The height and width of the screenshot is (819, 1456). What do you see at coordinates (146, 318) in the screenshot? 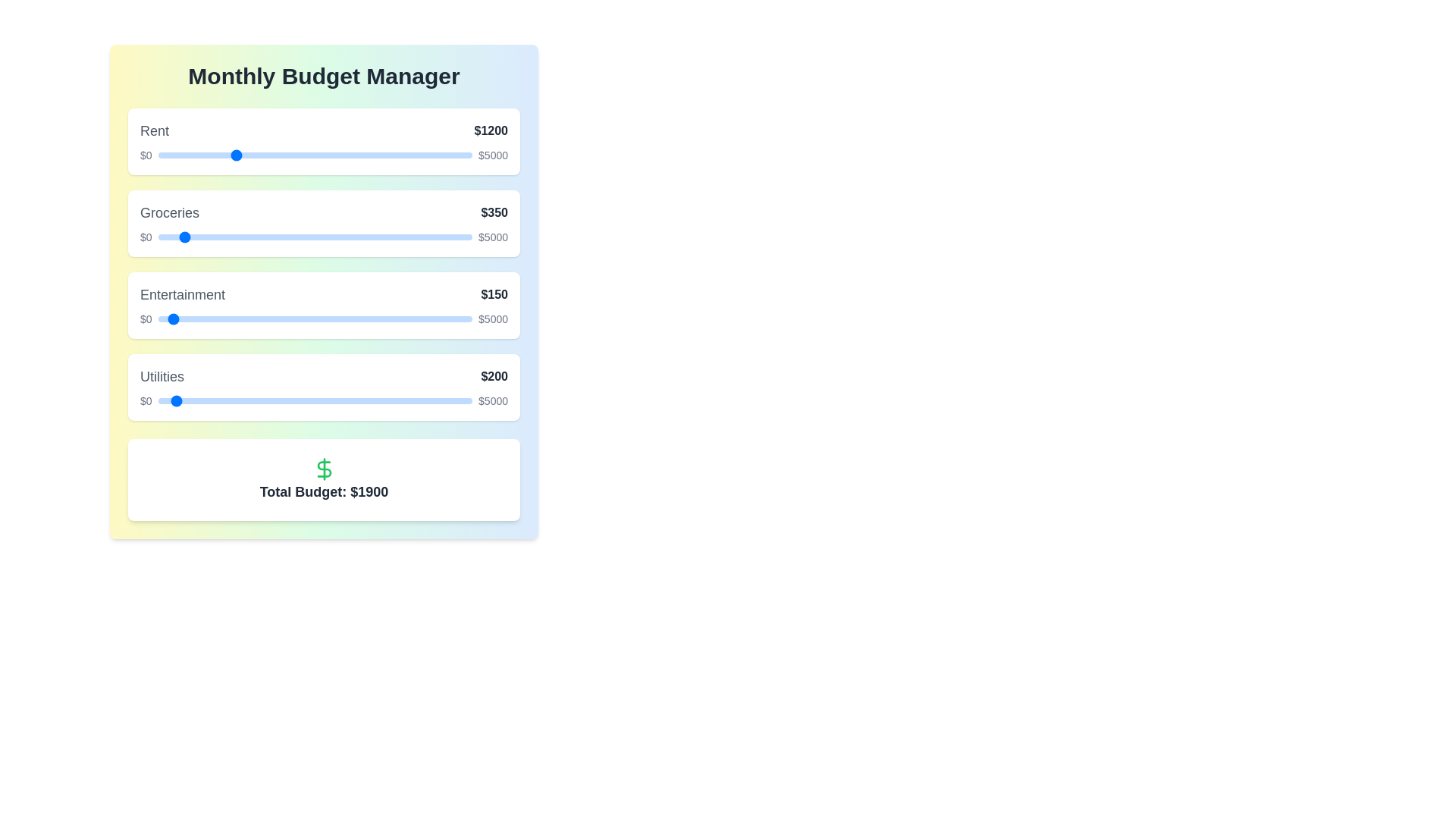
I see `the text label displaying the value '$0', which is styled in gray and positioned at the start of the slider interface component in the 'Utilities' section` at bounding box center [146, 318].